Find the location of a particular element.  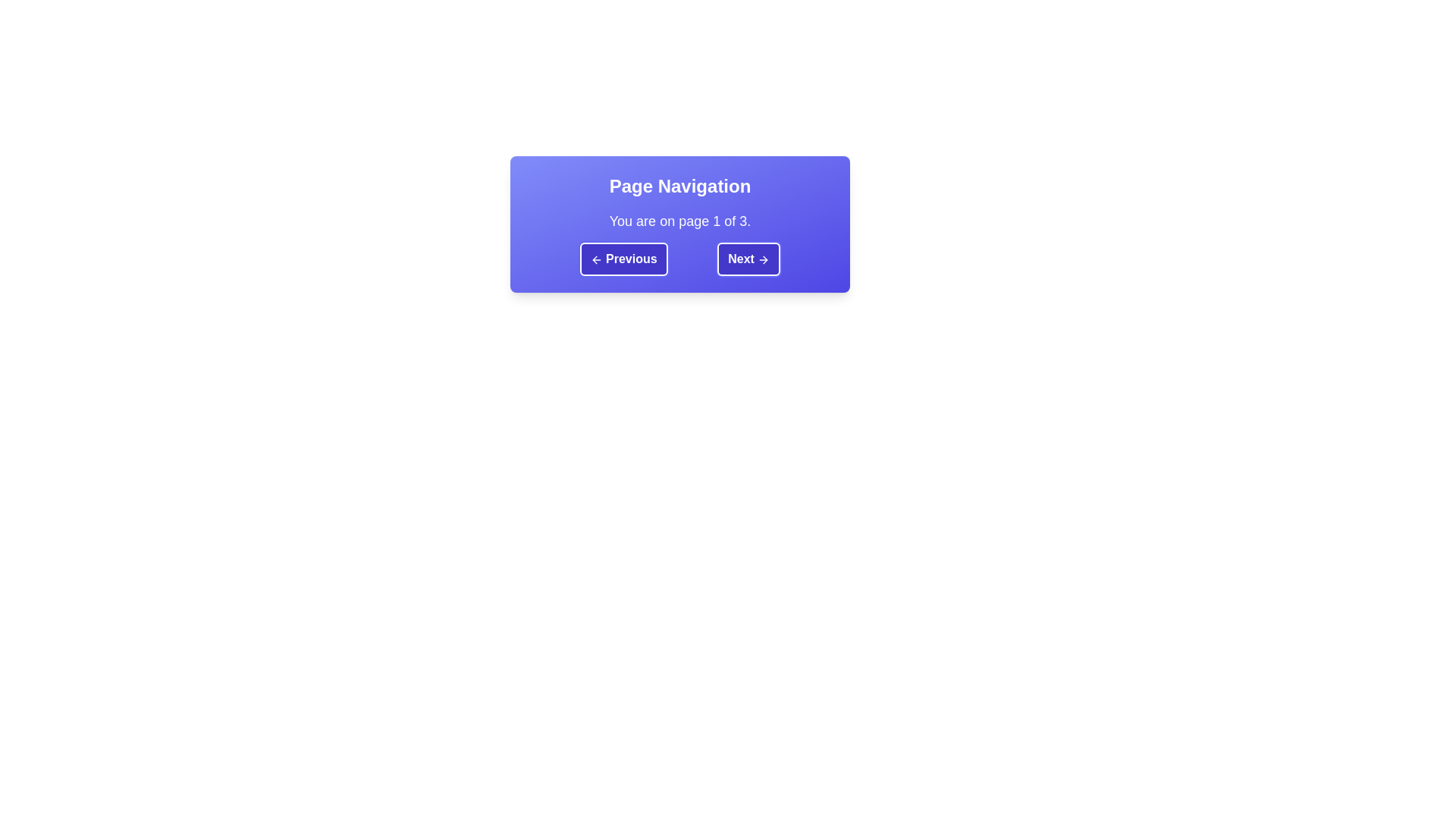

the left arrow icon within the 'Previous' button located in the navigation panel is located at coordinates (594, 259).